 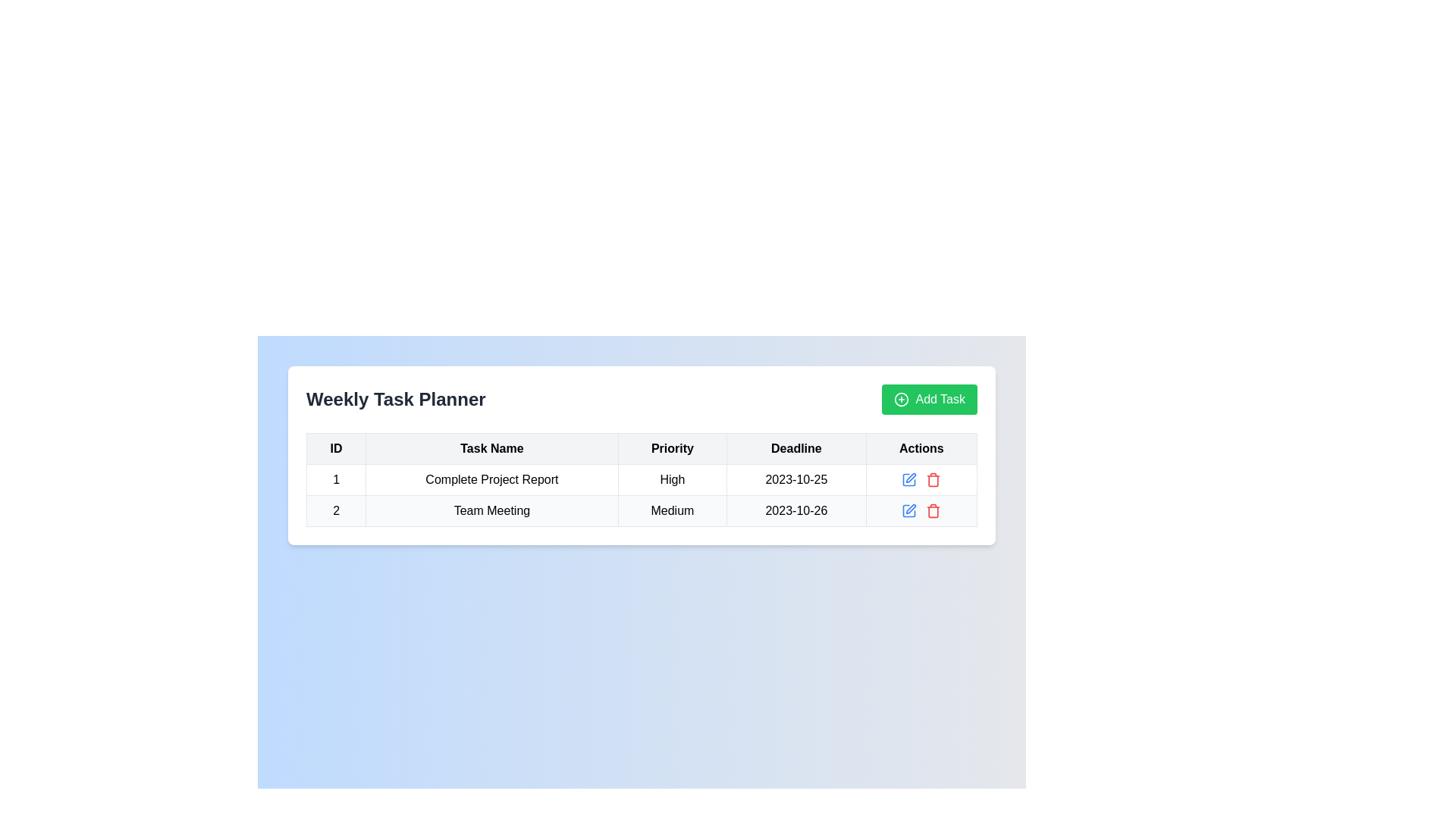 I want to click on the text label displaying the date '2023-10-25' in the fourth column of the first row of the table, which represents the task 'Complete Project Report', so click(x=795, y=479).